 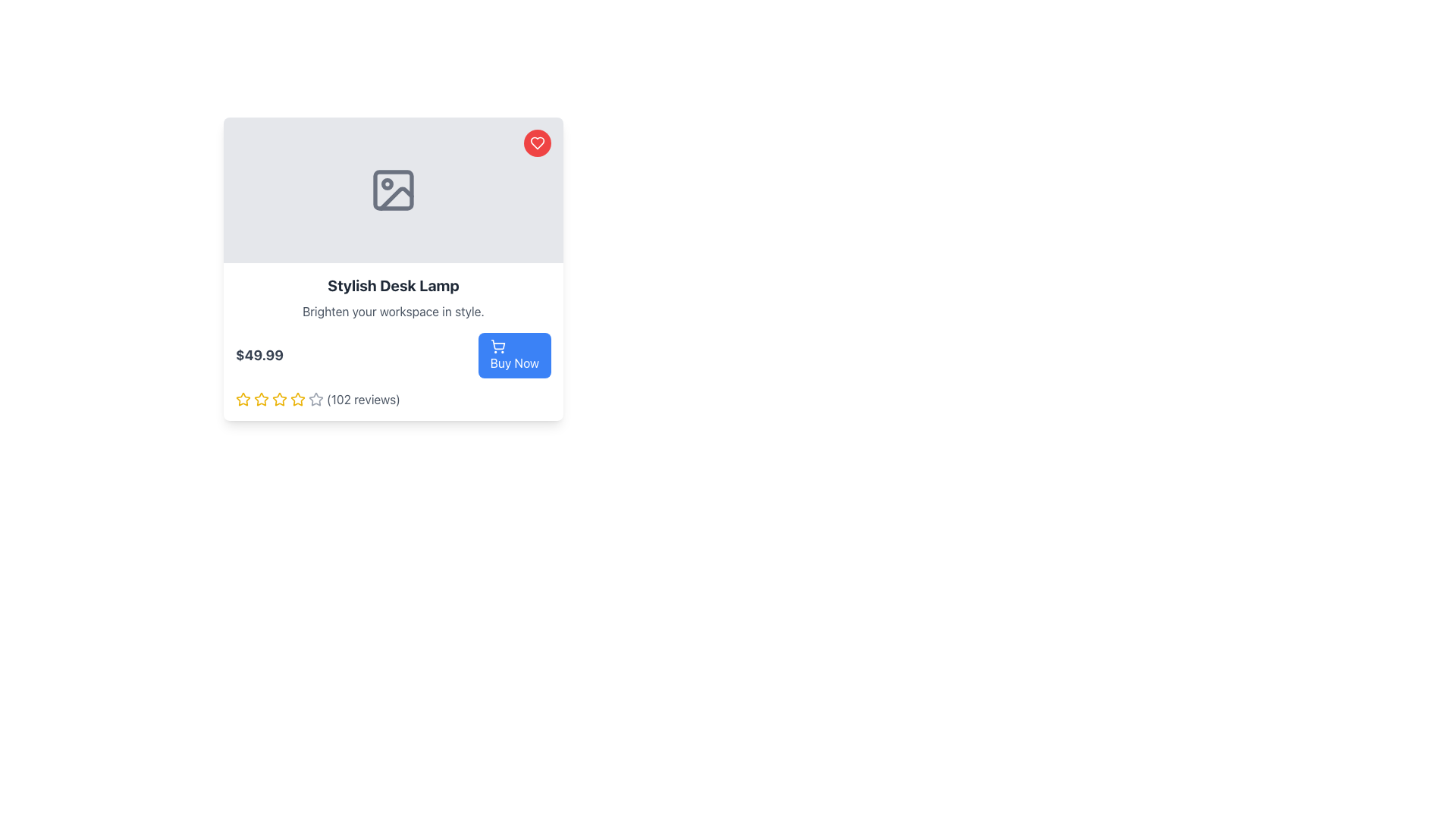 I want to click on the heart-shaped icon in the upper-right corner of the product card to mark the product as a favorite, so click(x=538, y=143).